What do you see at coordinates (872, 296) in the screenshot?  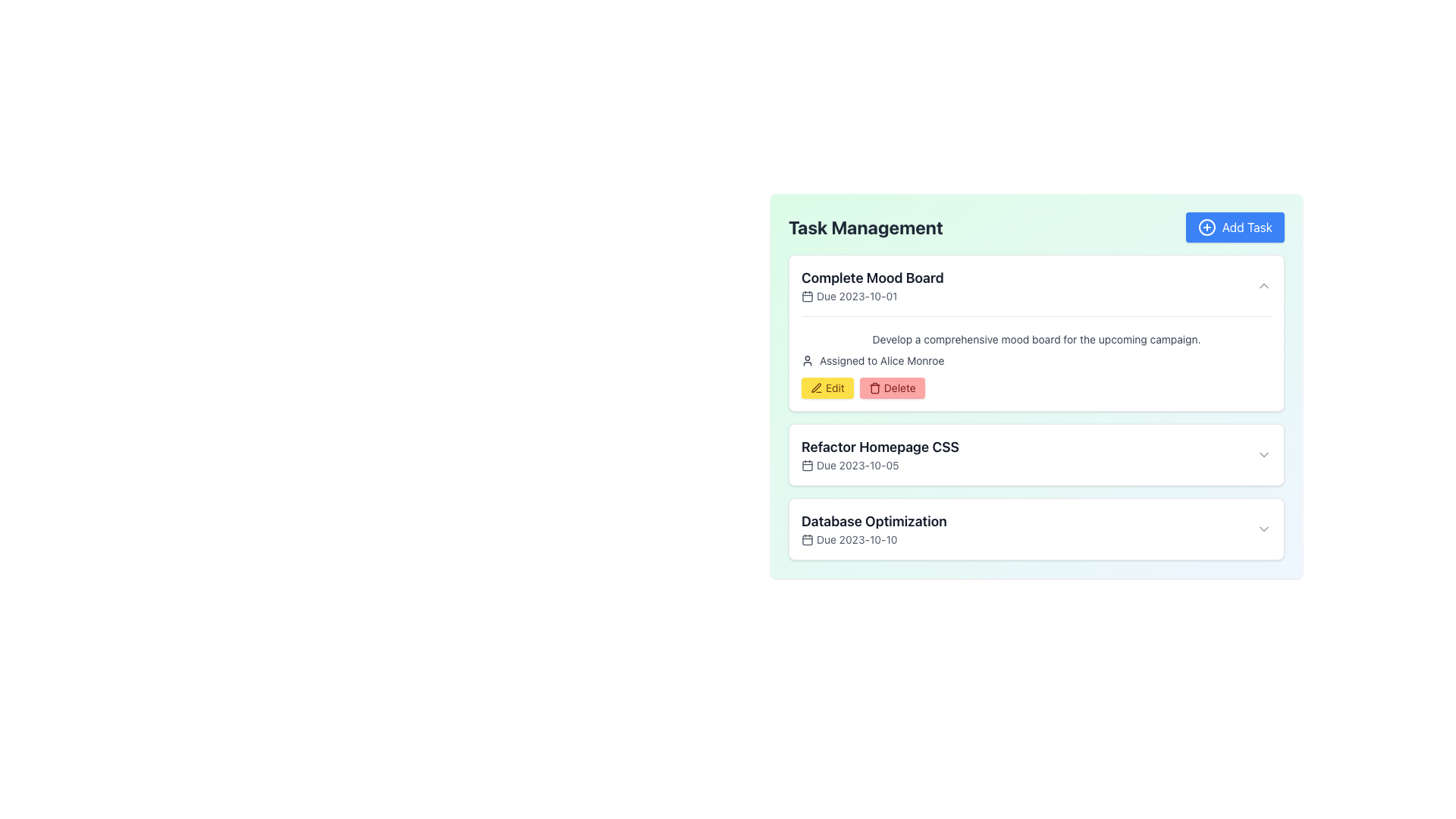 I see `the label containing the text 'Due 2023-10-01' with a calendar icon, located under the 'Complete Mood Board' header` at bounding box center [872, 296].